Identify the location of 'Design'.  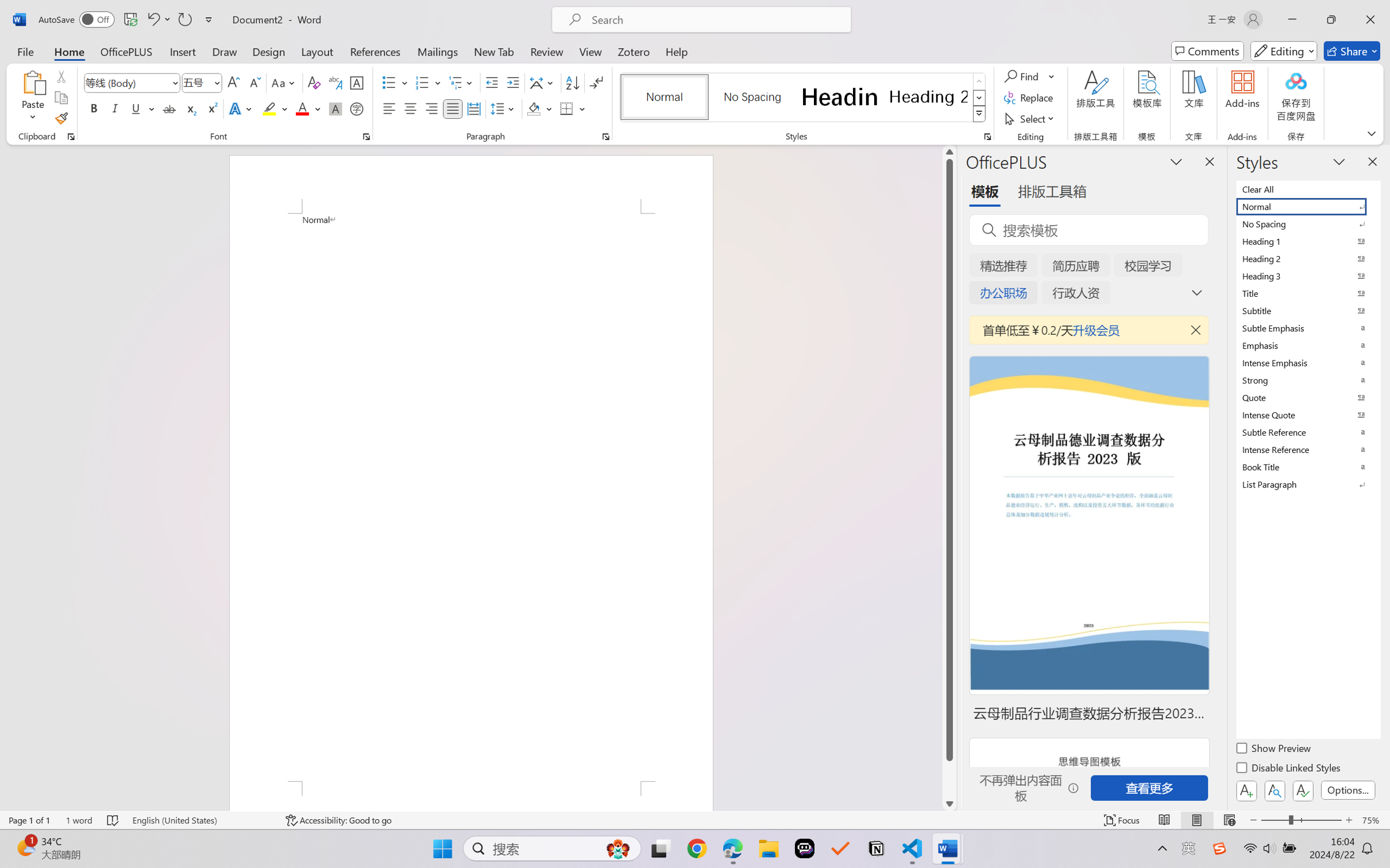
(268, 51).